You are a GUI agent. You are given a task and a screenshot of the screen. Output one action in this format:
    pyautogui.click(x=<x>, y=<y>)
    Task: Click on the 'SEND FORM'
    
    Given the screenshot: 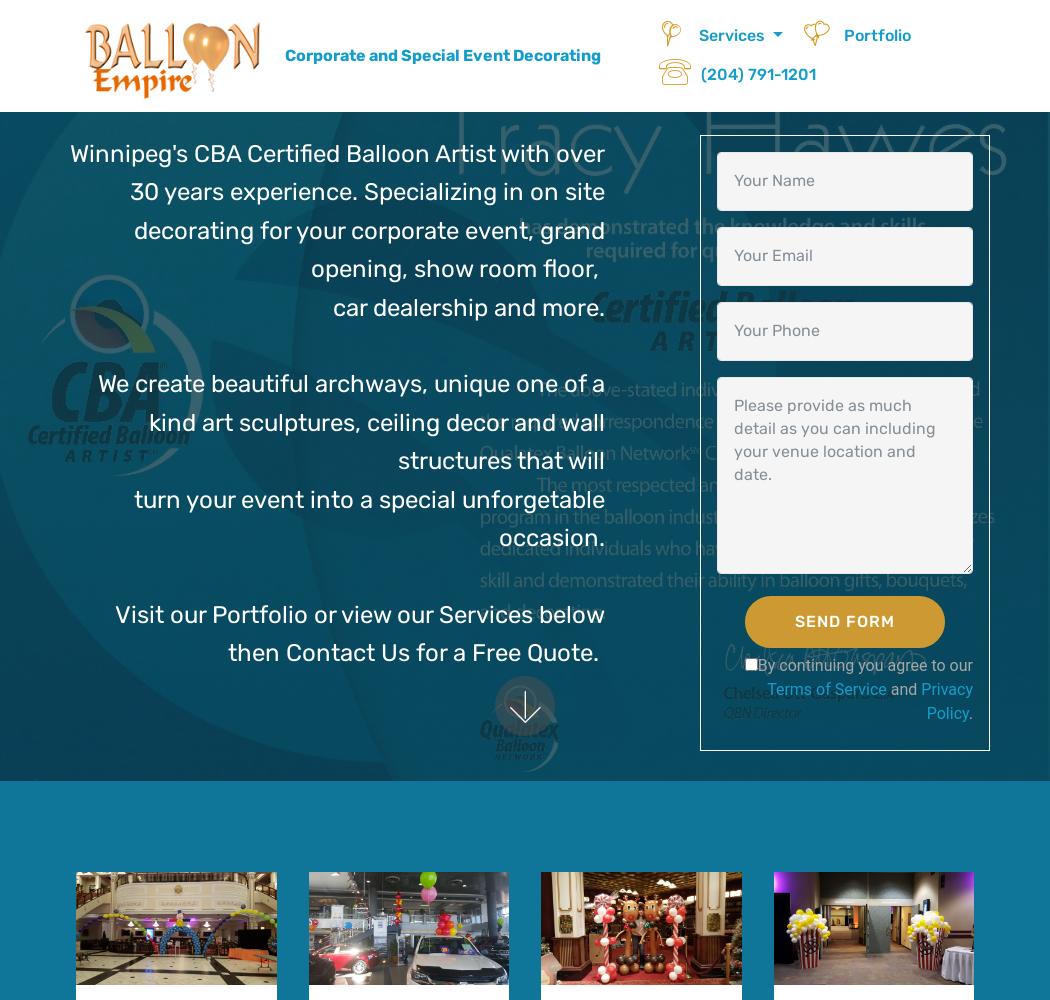 What is the action you would take?
    pyautogui.click(x=843, y=620)
    